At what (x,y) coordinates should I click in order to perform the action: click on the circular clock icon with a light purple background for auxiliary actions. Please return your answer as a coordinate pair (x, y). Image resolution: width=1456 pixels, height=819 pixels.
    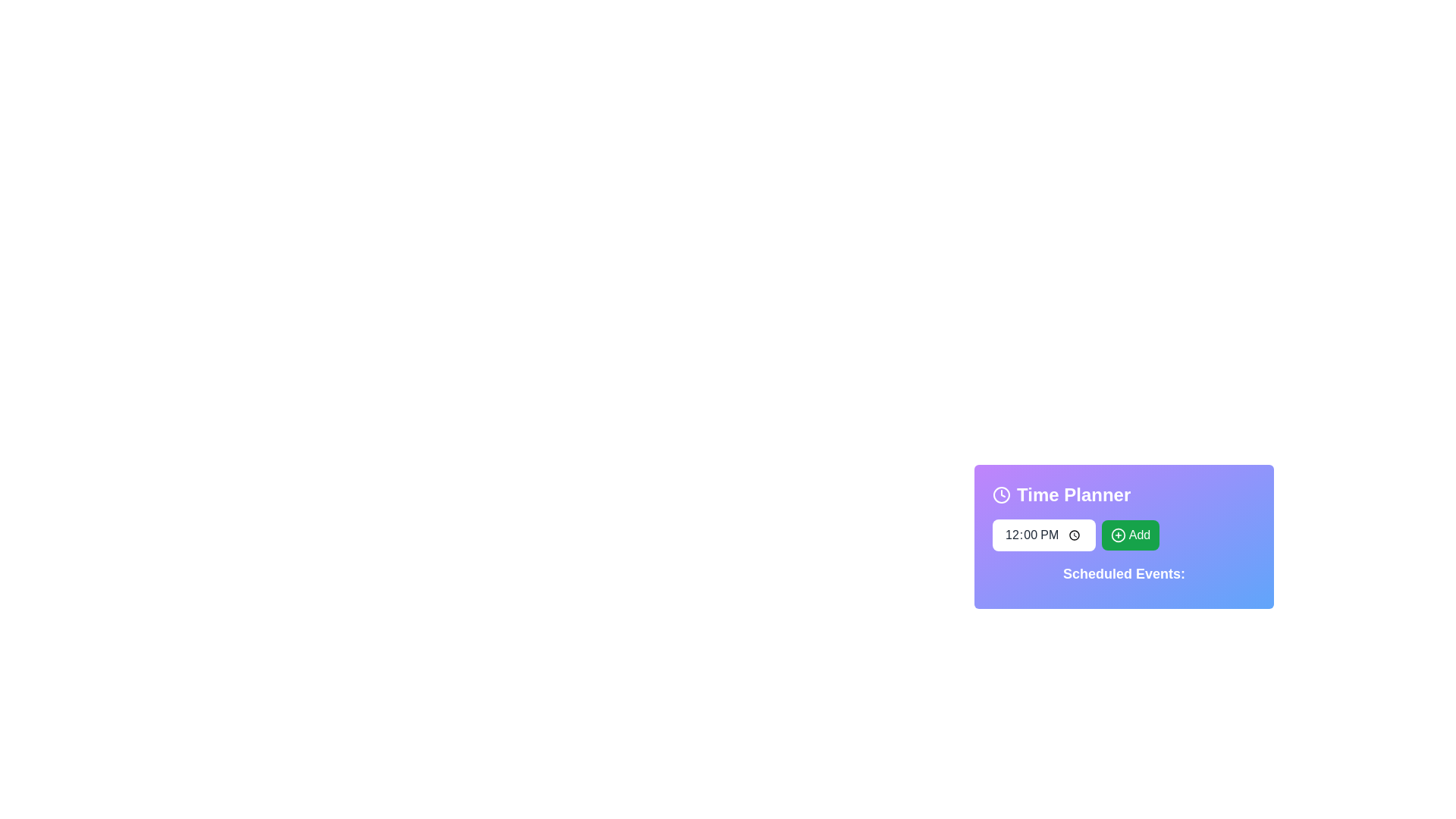
    Looking at the image, I should click on (1001, 494).